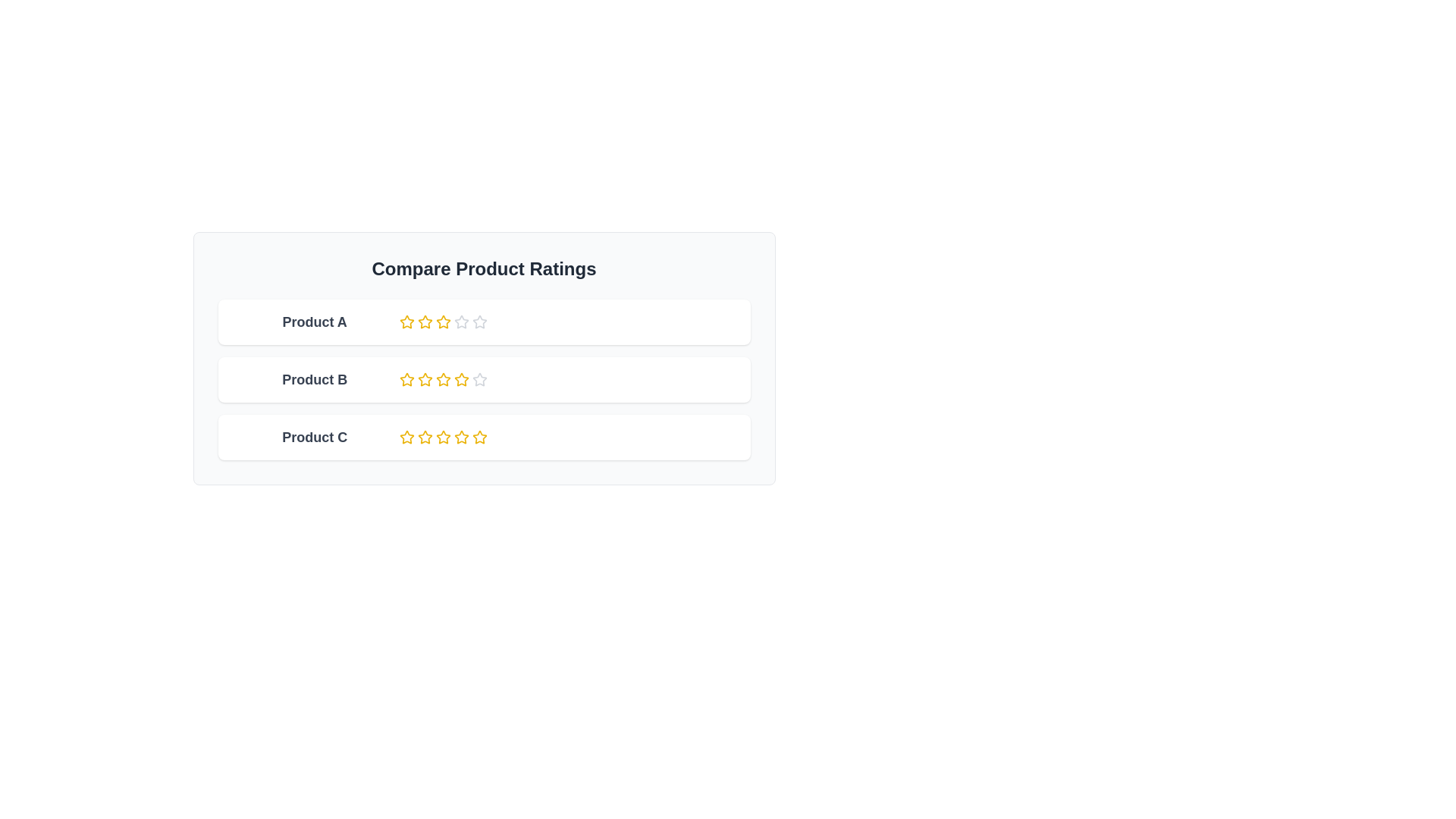 The image size is (1456, 819). What do you see at coordinates (314, 379) in the screenshot?
I see `text content of the Text Label that identifies the second product in the vertically arranged list, located below 'Product A' and above 'Product C'` at bounding box center [314, 379].